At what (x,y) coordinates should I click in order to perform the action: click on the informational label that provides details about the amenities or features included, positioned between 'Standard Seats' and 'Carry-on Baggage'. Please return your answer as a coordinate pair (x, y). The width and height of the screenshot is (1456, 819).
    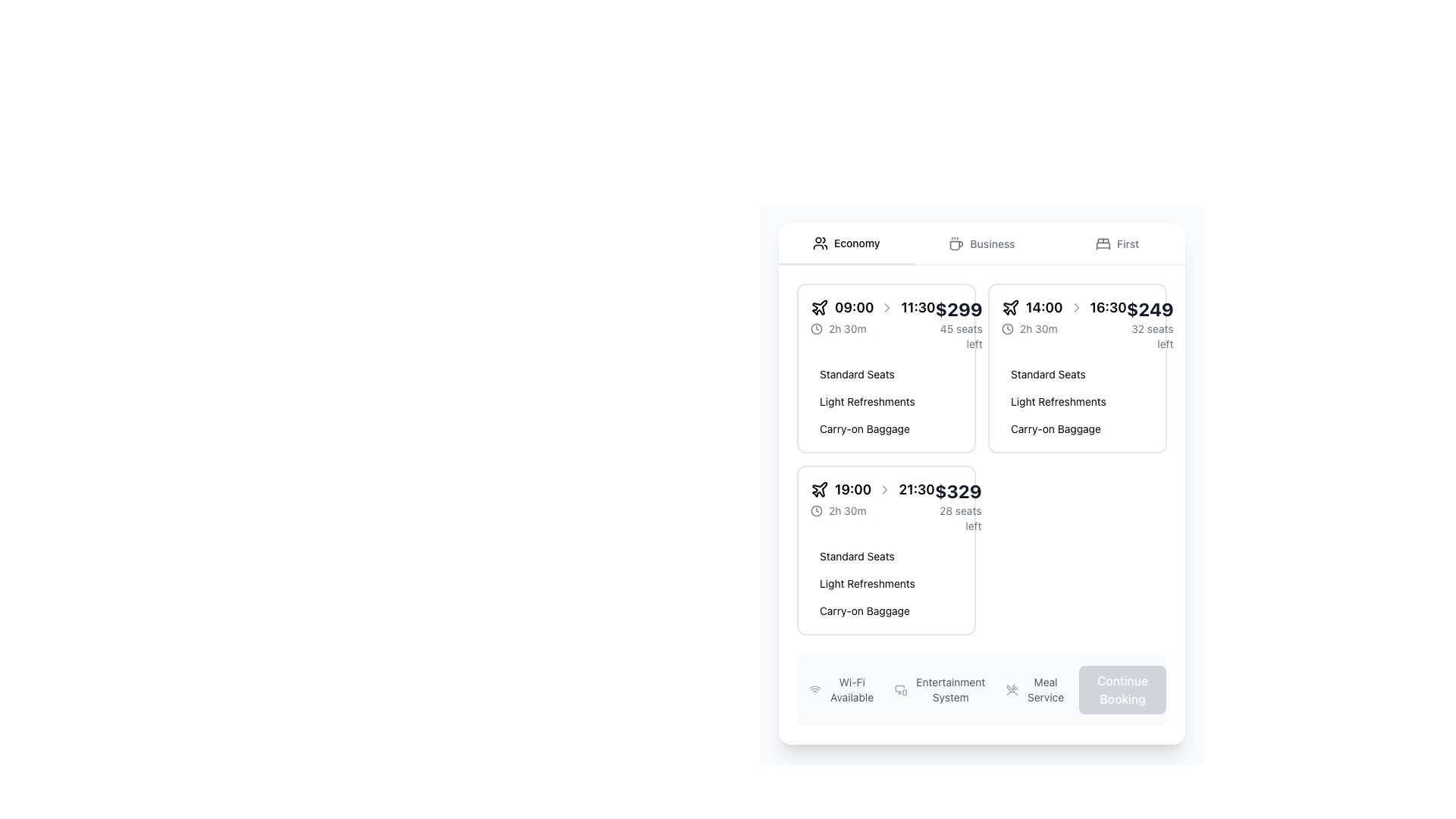
    Looking at the image, I should click on (867, 583).